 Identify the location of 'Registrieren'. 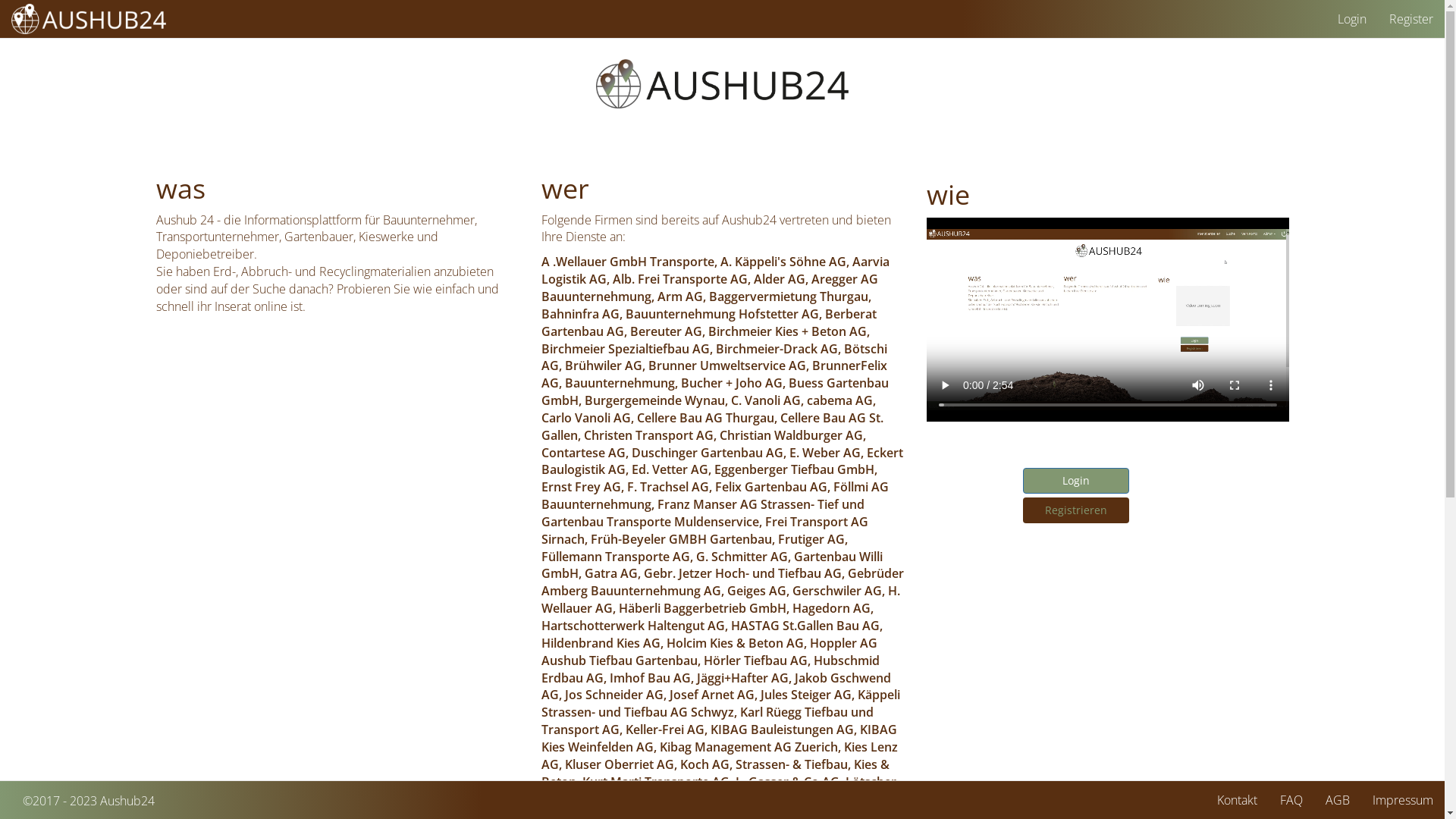
(1074, 510).